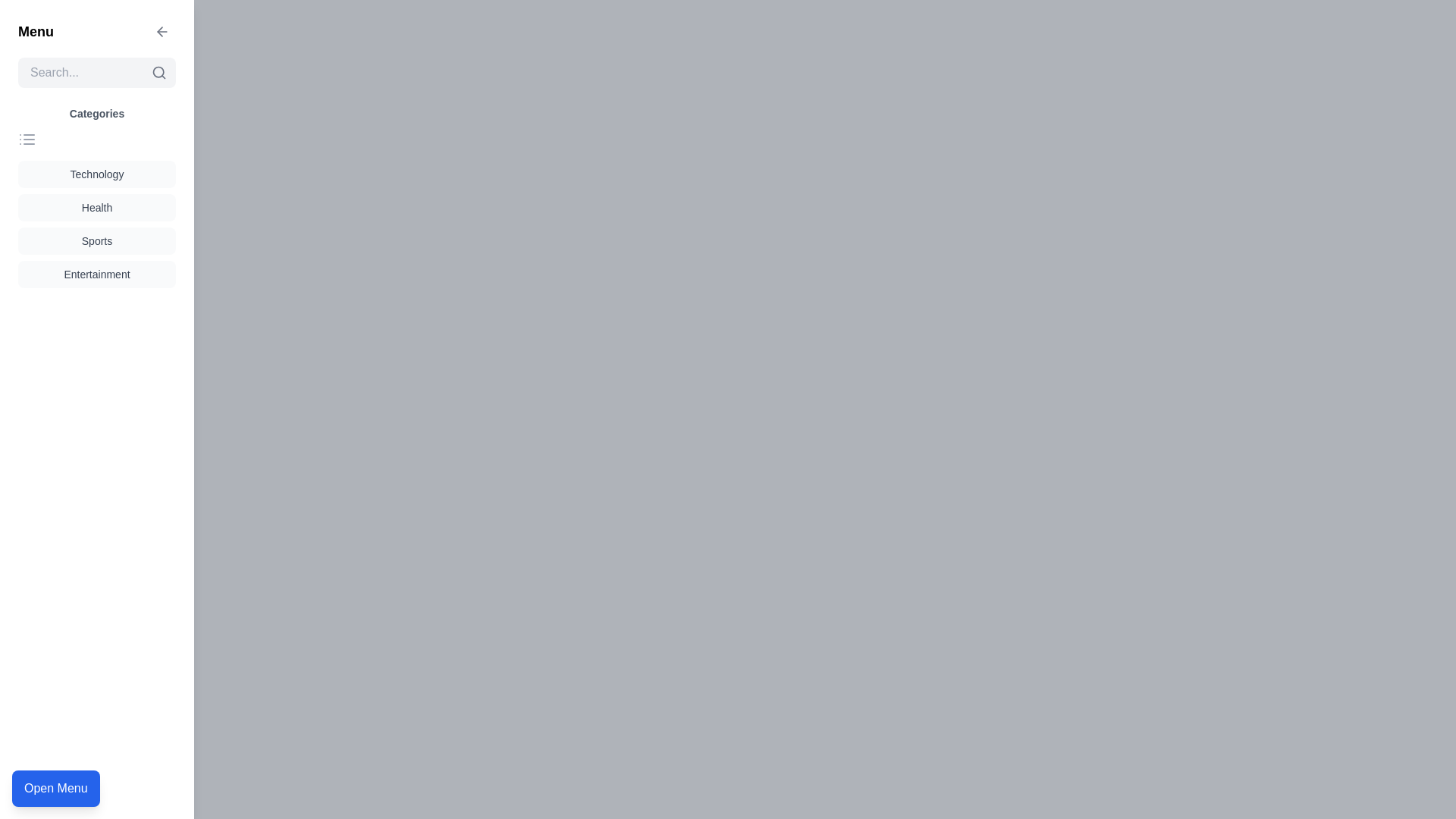 This screenshot has width=1456, height=819. Describe the element at coordinates (96, 174) in the screenshot. I see `the 'Technology' category button in the vertical list under the 'Categories' heading` at that location.